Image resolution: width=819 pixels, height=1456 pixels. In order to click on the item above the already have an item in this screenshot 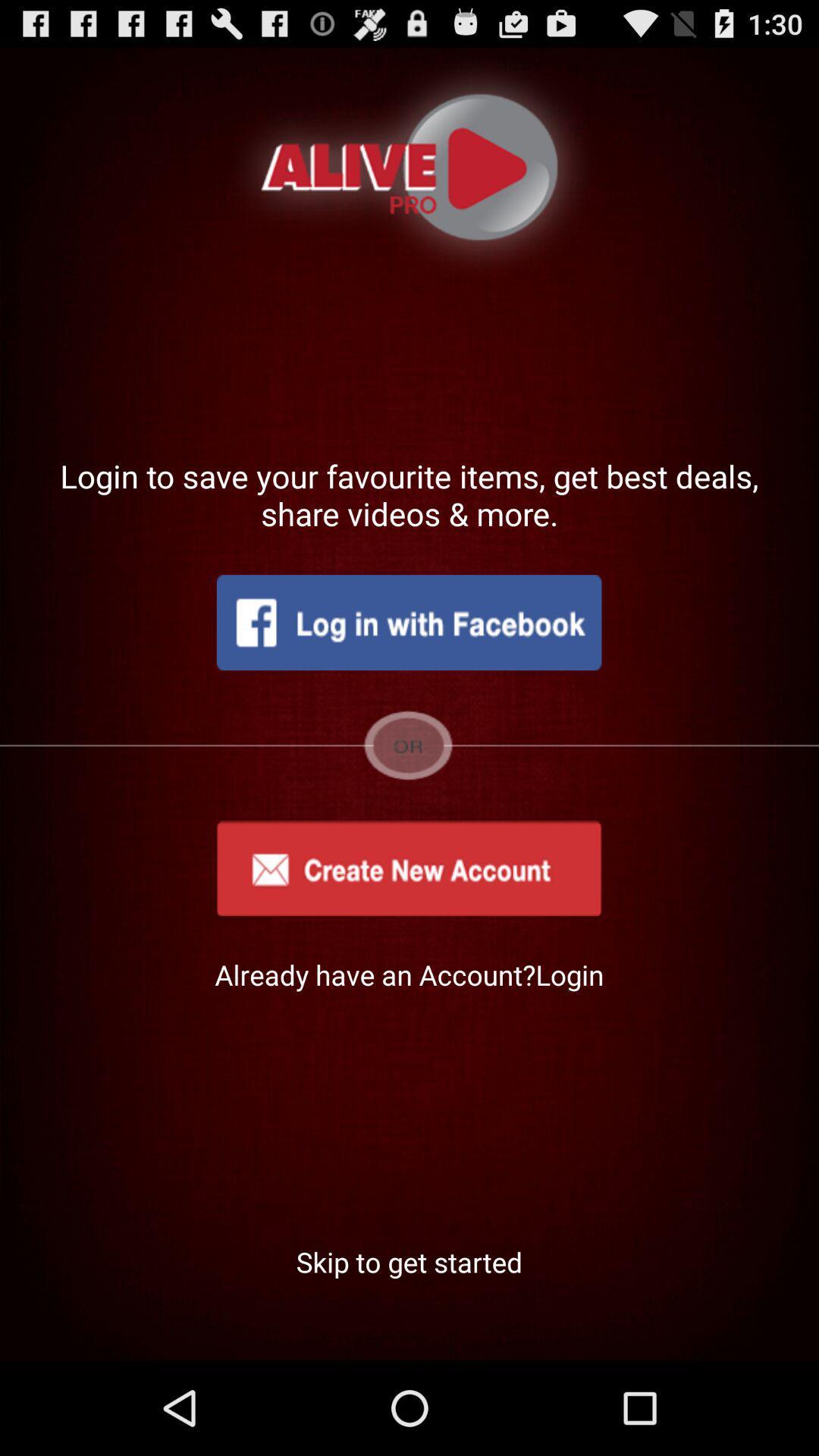, I will do `click(408, 868)`.